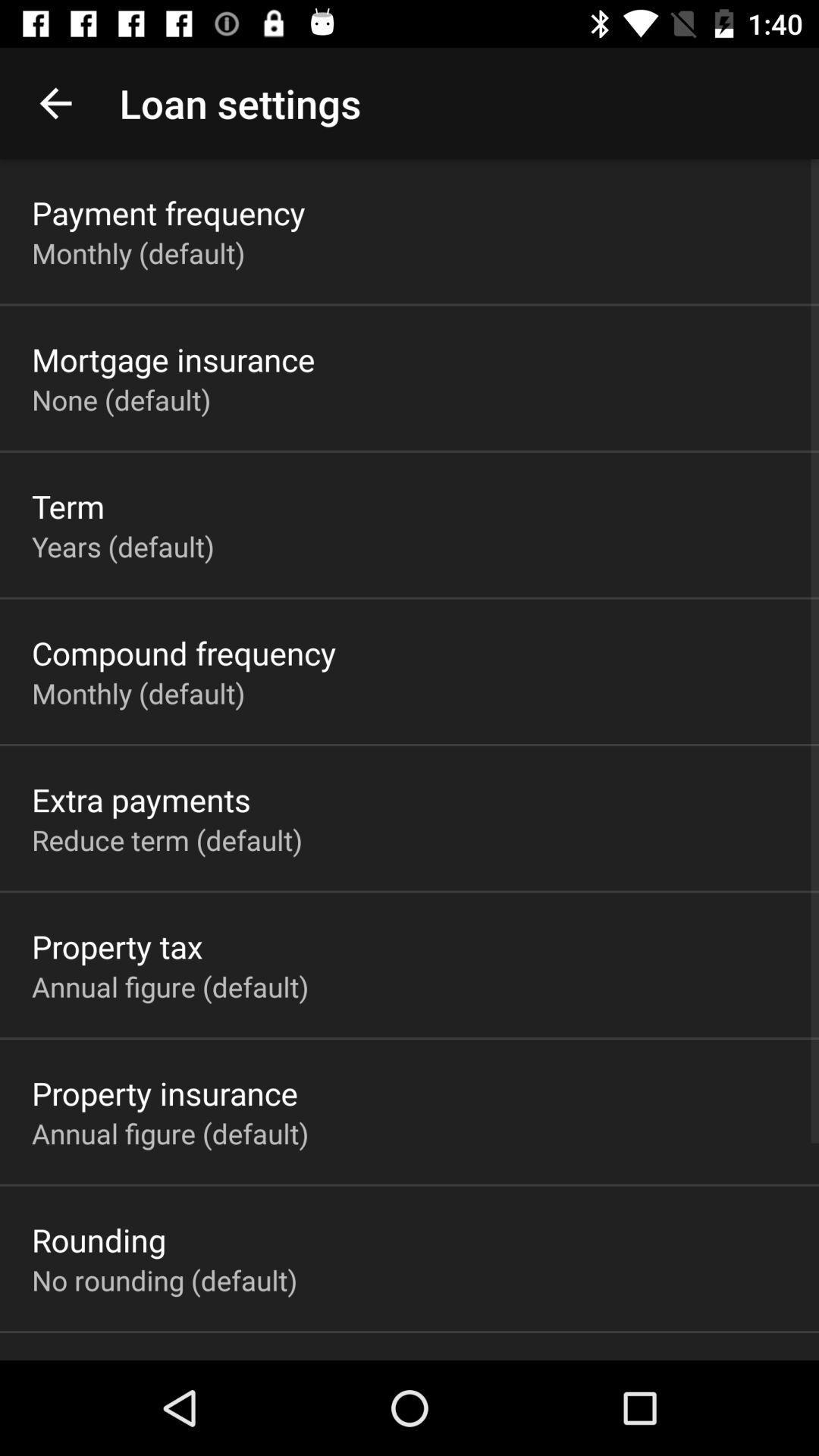 This screenshot has height=1456, width=819. I want to click on property insurance app, so click(165, 1093).